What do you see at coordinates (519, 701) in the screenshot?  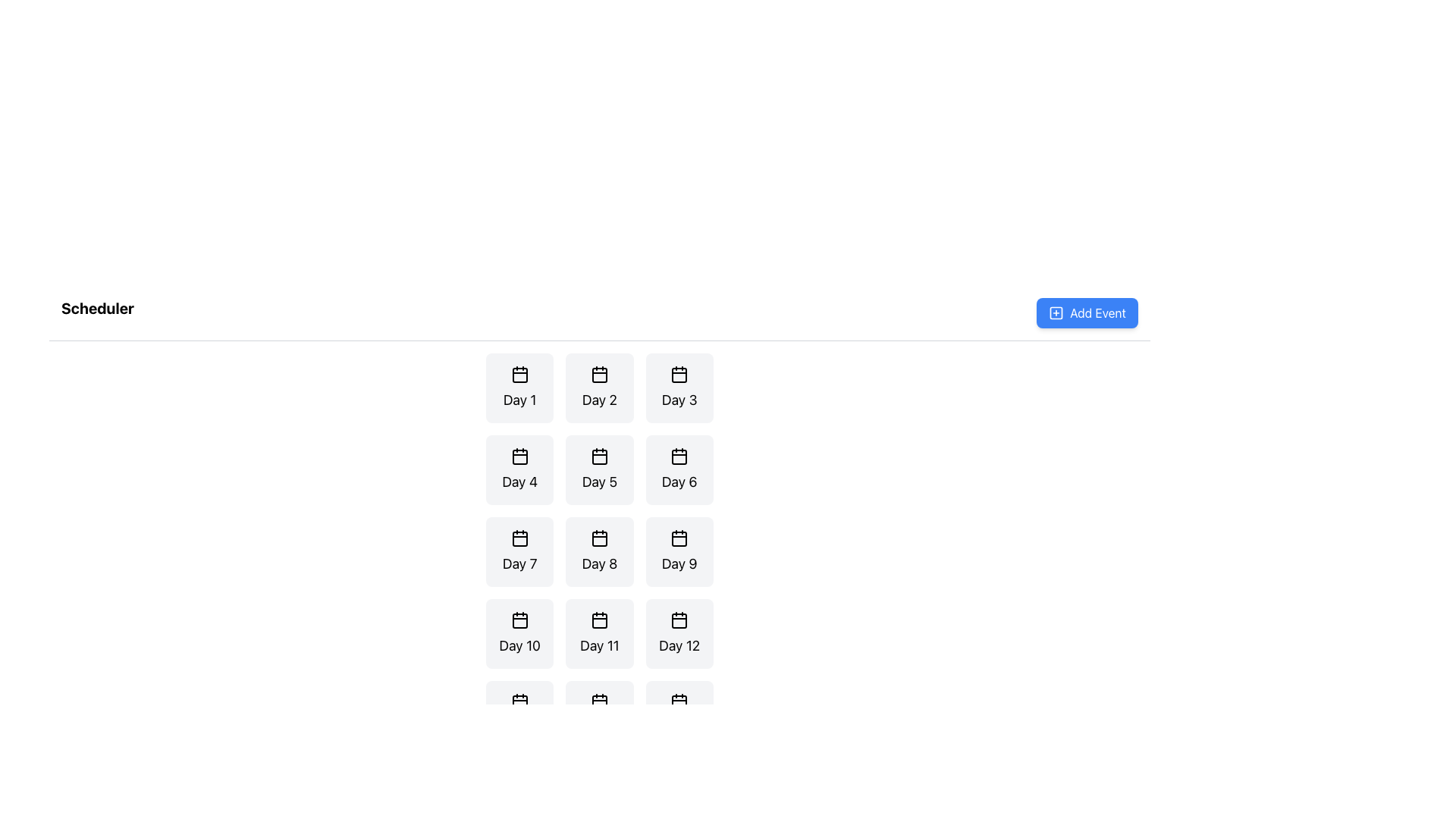 I see `the SVG calendar icon located at the top of the 'Day 13' card, which is the last card in the fifth row of the calendar grid layout` at bounding box center [519, 701].